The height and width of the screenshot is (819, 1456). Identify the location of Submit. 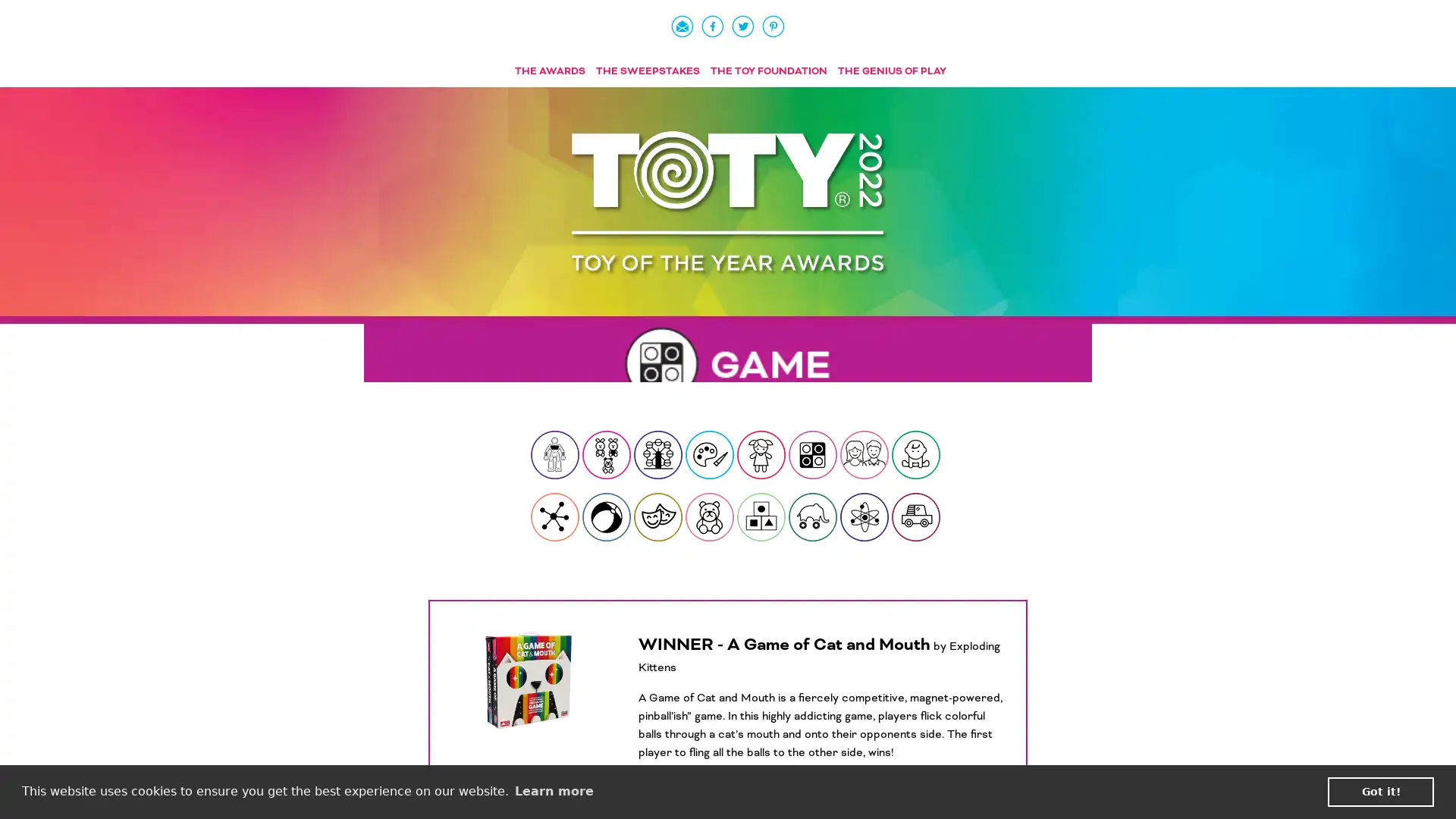
(709, 454).